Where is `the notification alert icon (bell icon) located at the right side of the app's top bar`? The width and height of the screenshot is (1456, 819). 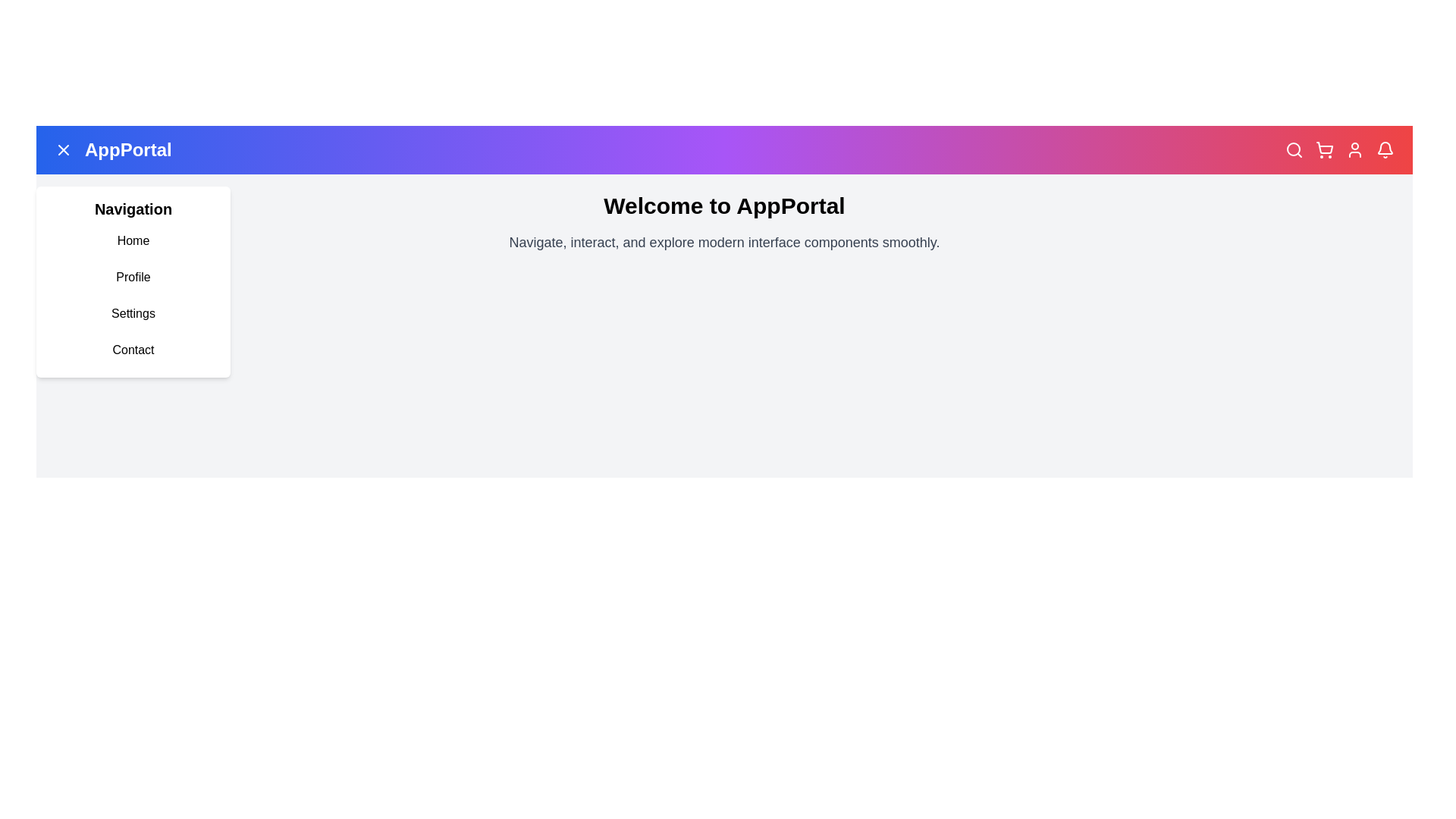 the notification alert icon (bell icon) located at the right side of the app's top bar is located at coordinates (1385, 149).